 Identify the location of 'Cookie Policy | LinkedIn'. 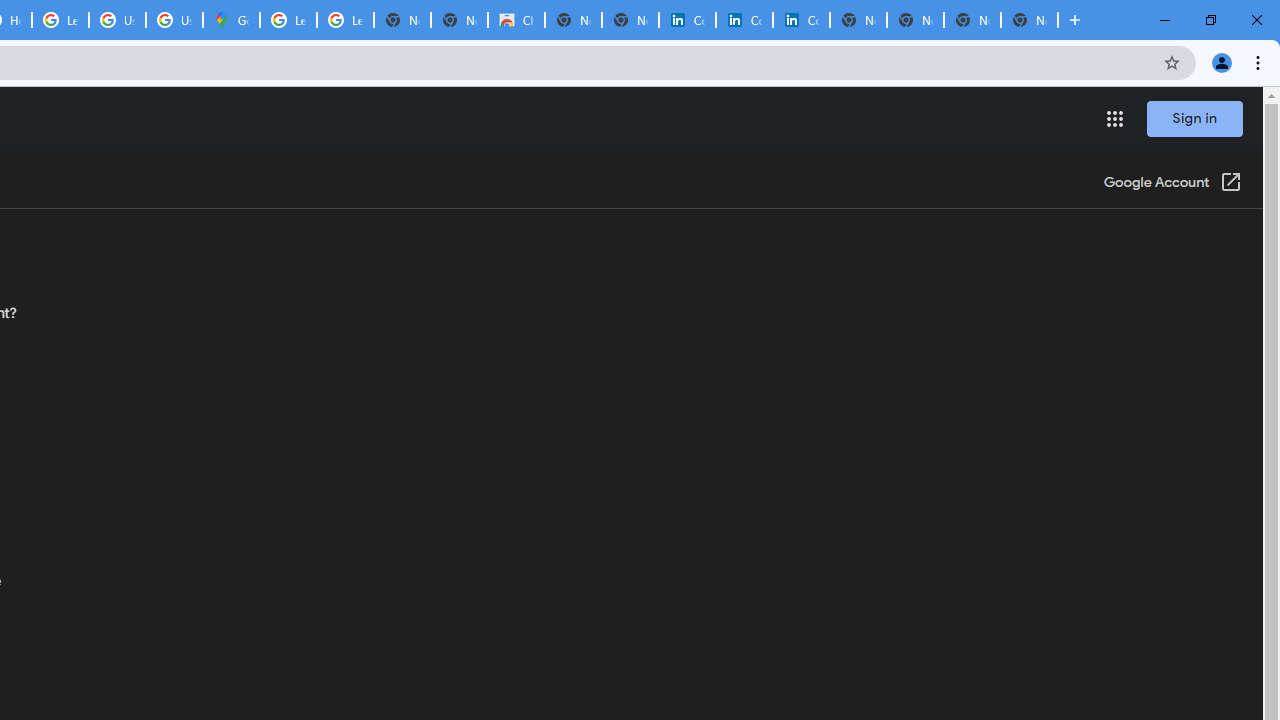
(687, 20).